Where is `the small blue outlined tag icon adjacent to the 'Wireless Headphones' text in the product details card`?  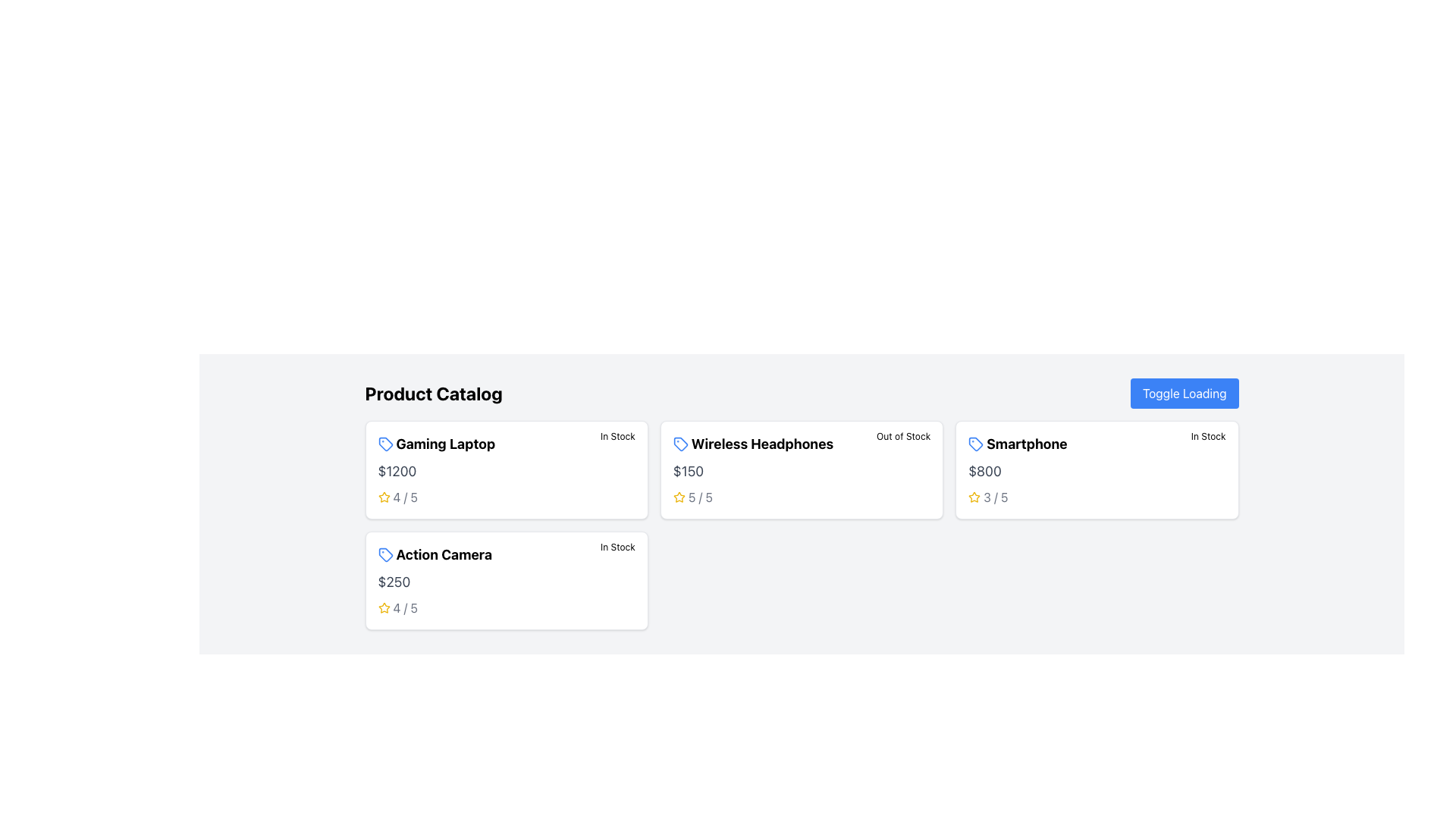 the small blue outlined tag icon adjacent to the 'Wireless Headphones' text in the product details card is located at coordinates (679, 444).